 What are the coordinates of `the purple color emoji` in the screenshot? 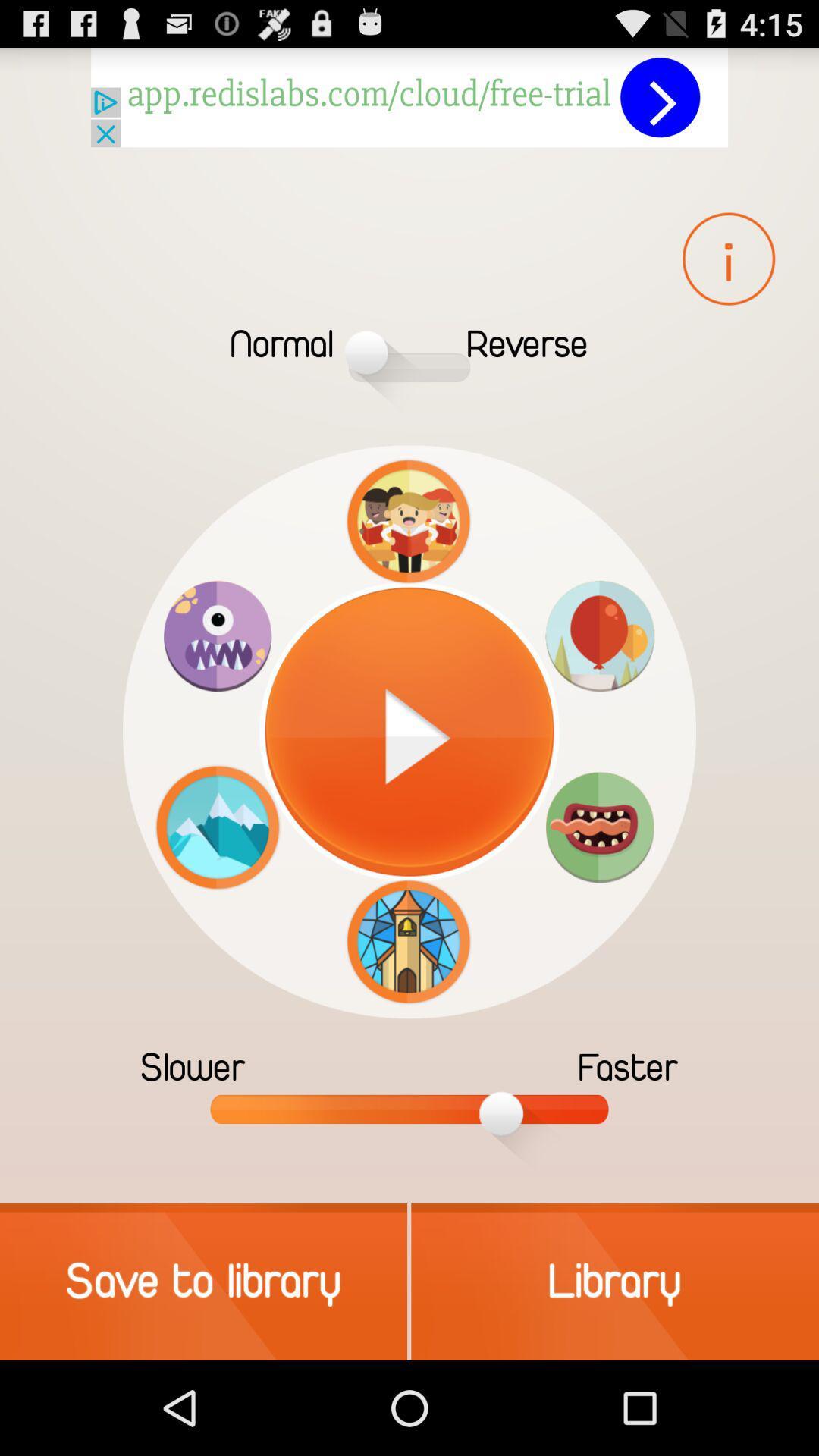 It's located at (217, 636).